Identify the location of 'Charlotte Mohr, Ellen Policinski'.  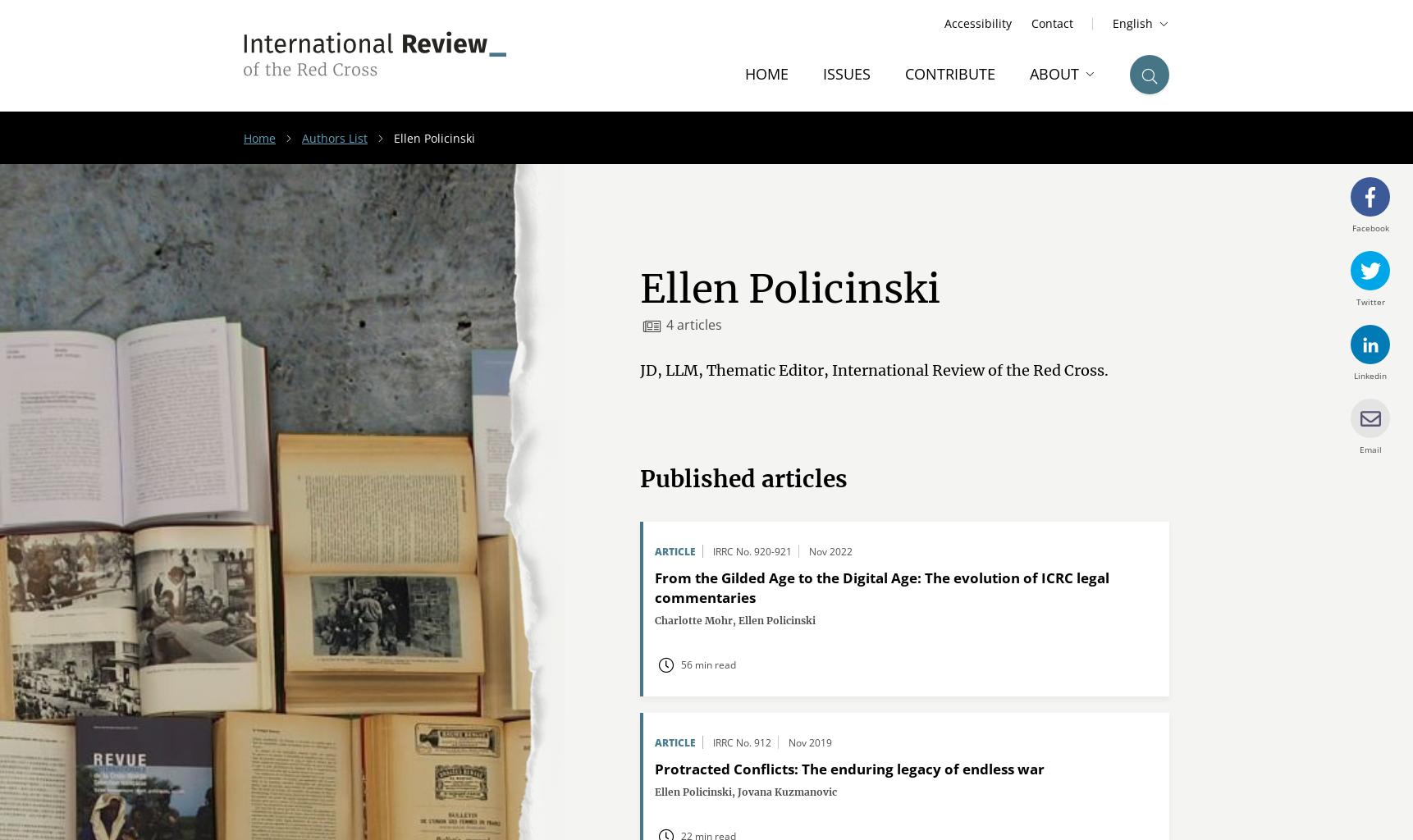
(734, 619).